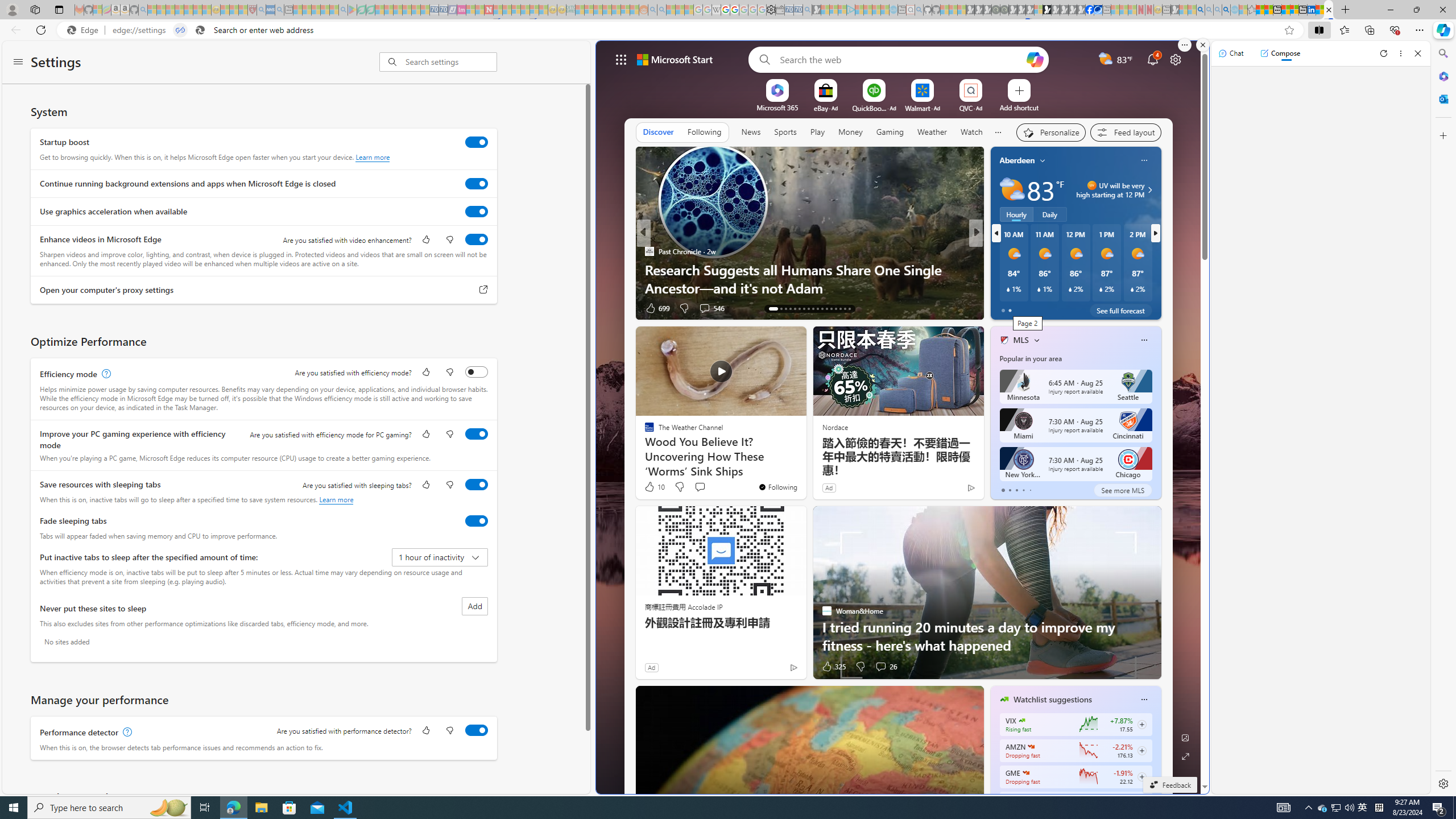 This screenshot has height=819, width=1456. I want to click on 'Bluey: Let', so click(352, 9).